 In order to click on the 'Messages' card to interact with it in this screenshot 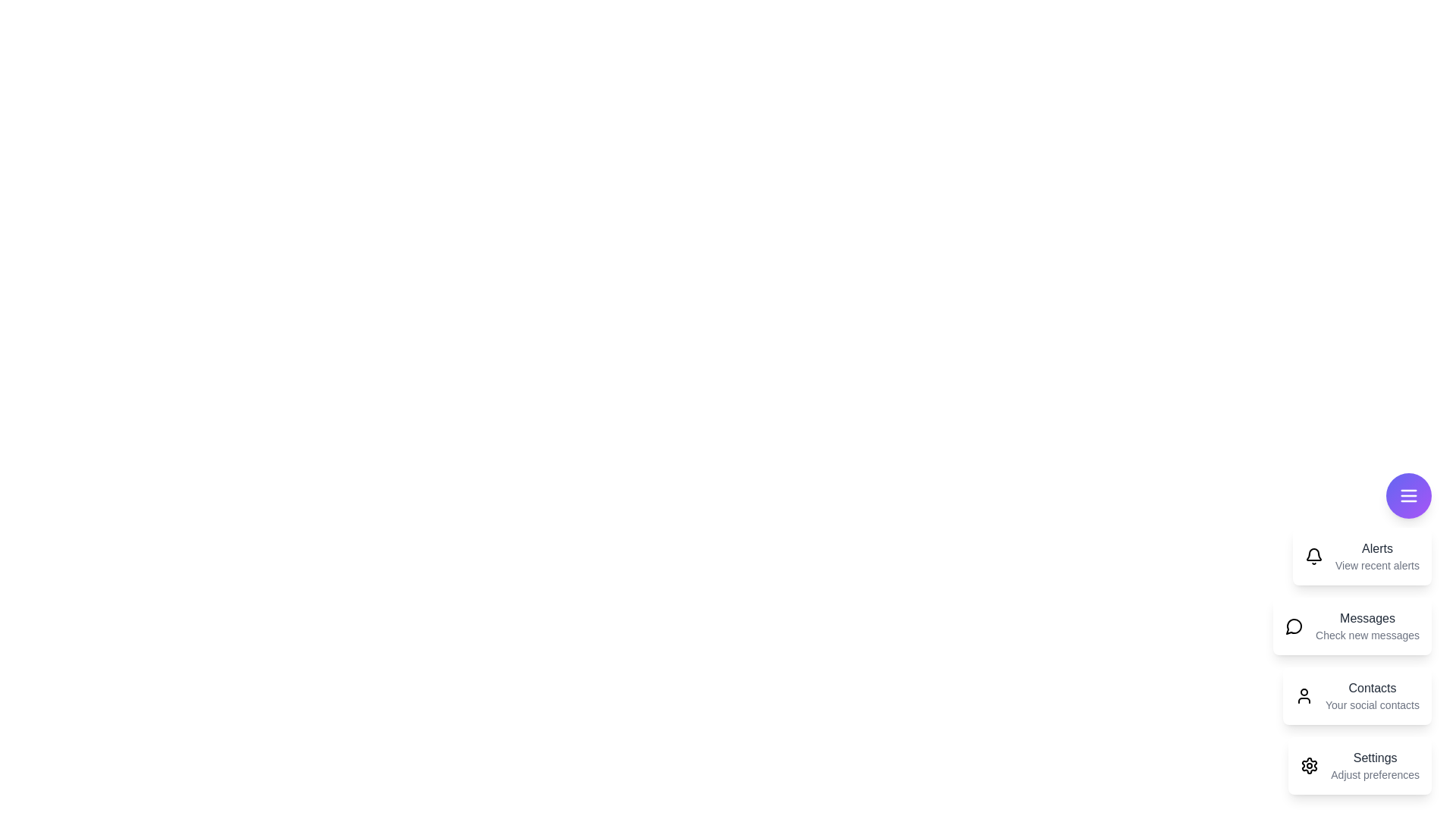, I will do `click(1351, 626)`.